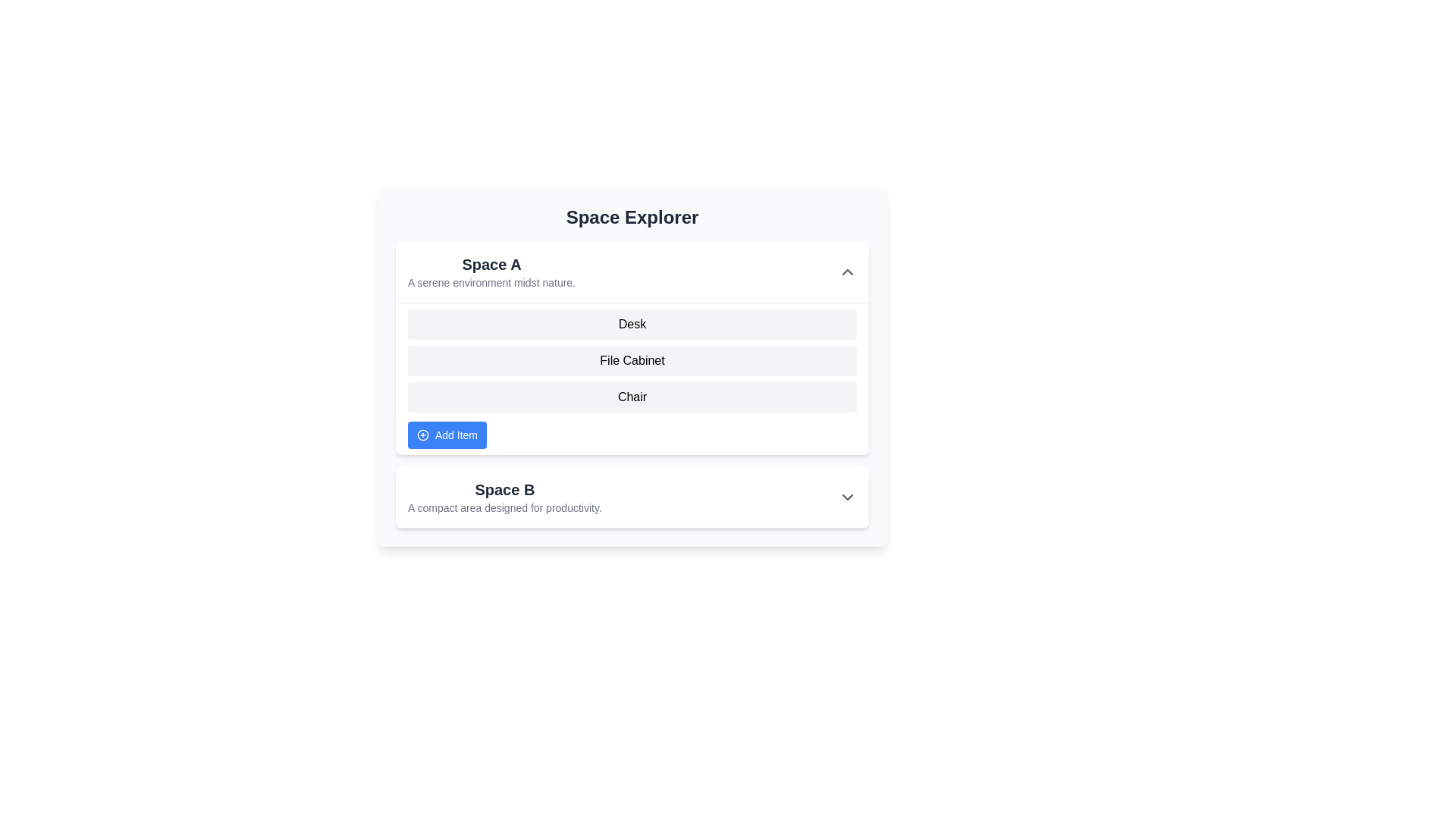 This screenshot has width=1456, height=819. What do you see at coordinates (632, 324) in the screenshot?
I see `the first selectable component labeled 'Desk', which is a rectangular light gray button with rounded corners and bold black text` at bounding box center [632, 324].